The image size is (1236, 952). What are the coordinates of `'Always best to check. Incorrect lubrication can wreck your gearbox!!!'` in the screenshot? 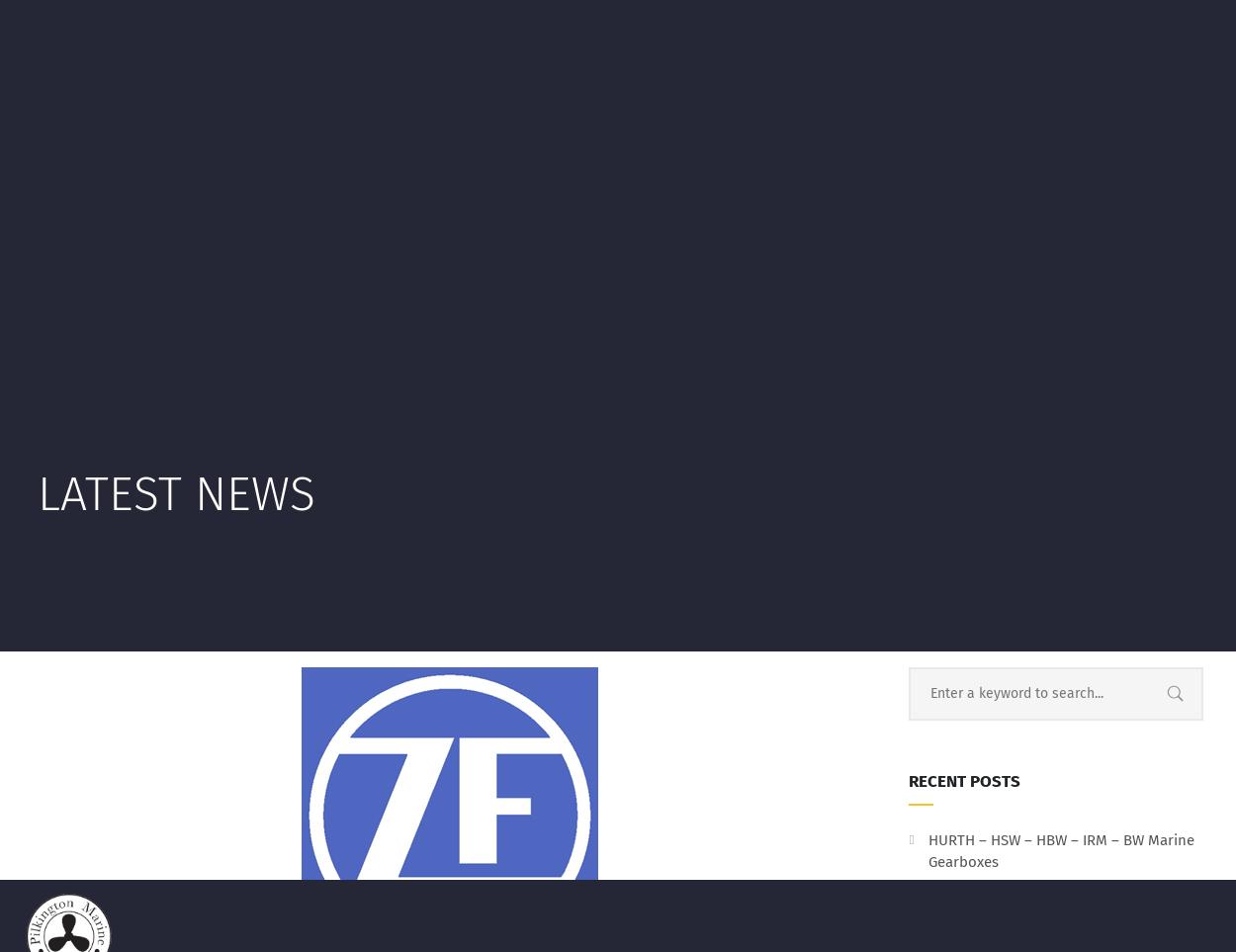 It's located at (270, 920).